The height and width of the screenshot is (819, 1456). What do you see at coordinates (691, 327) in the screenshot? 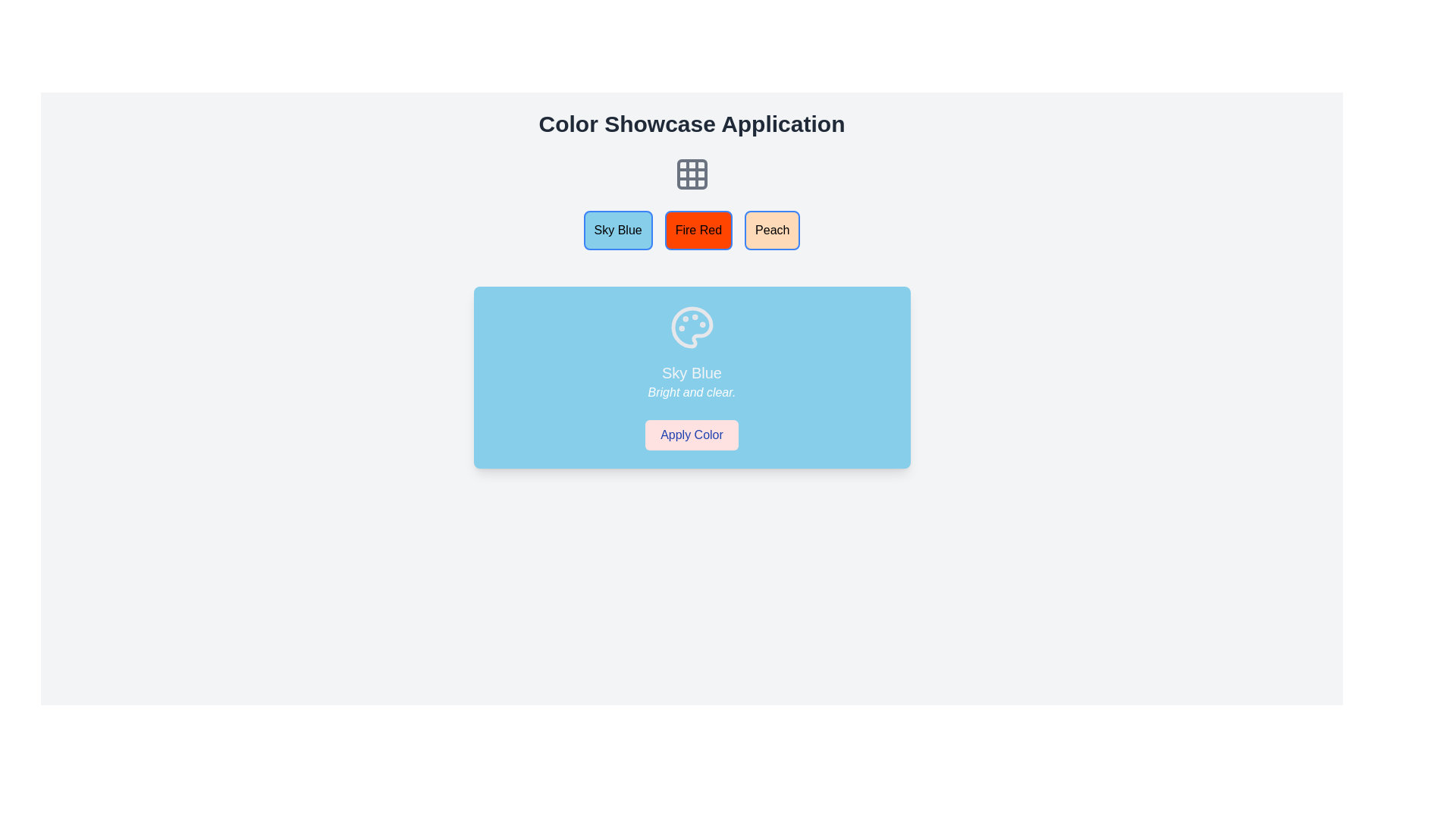
I see `the decorative icon representing a painter's palette, which is styled in gray and located on the blue card labeled 'Sky Blue'` at bounding box center [691, 327].